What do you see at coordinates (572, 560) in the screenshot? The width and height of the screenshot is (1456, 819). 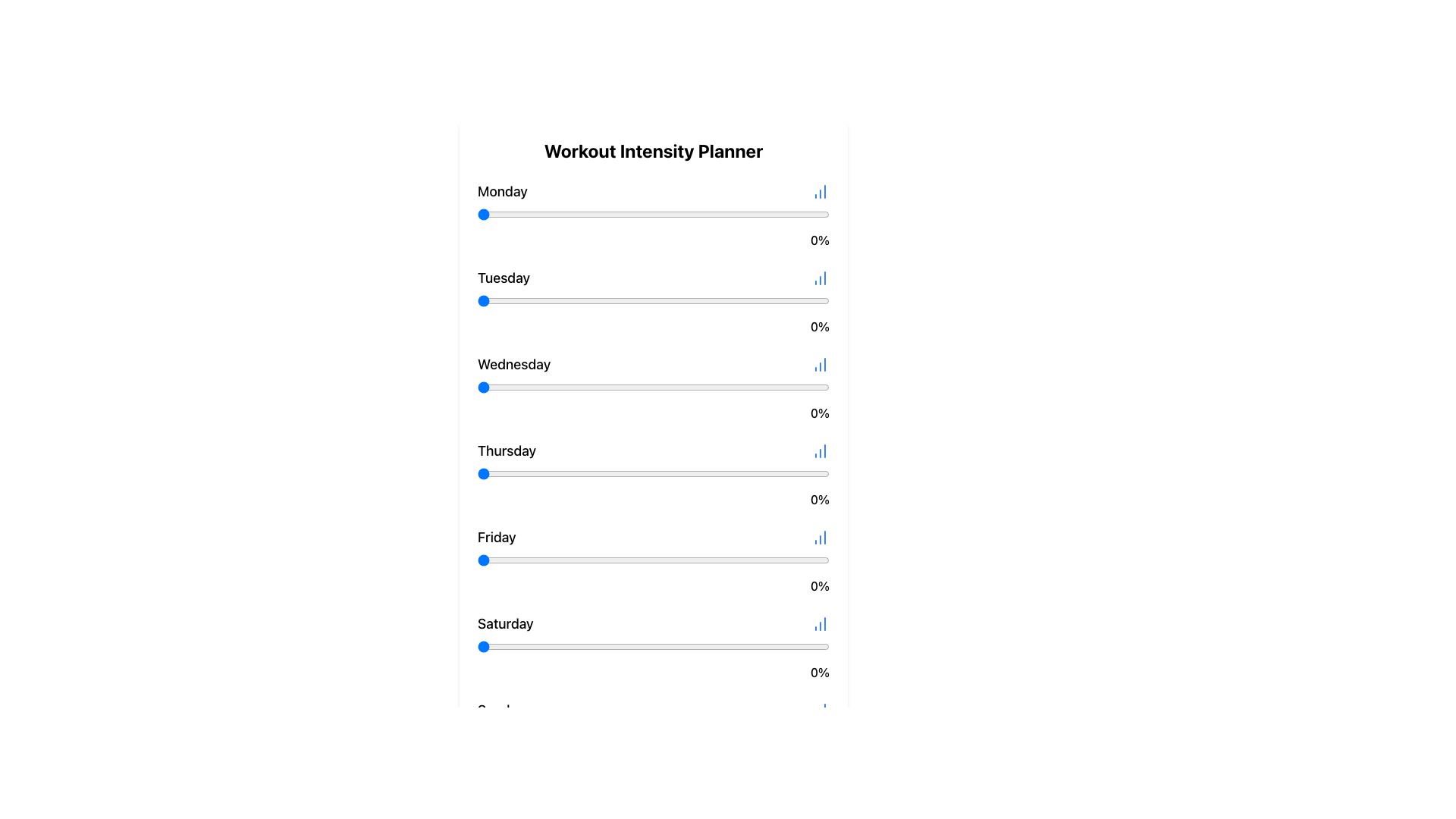 I see `the Friday workout intensity` at bounding box center [572, 560].